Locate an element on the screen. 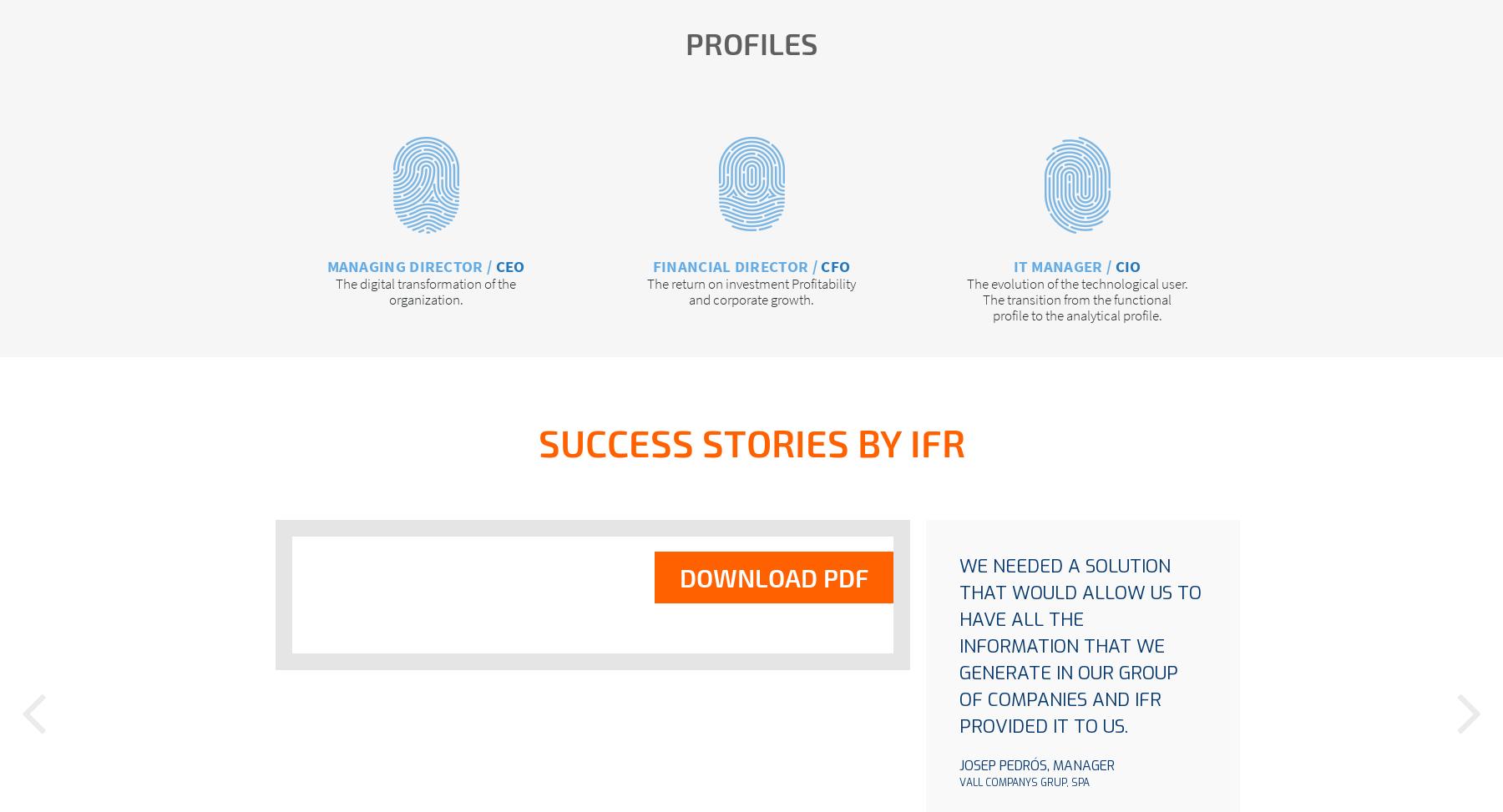  'Profiles' is located at coordinates (751, 43).